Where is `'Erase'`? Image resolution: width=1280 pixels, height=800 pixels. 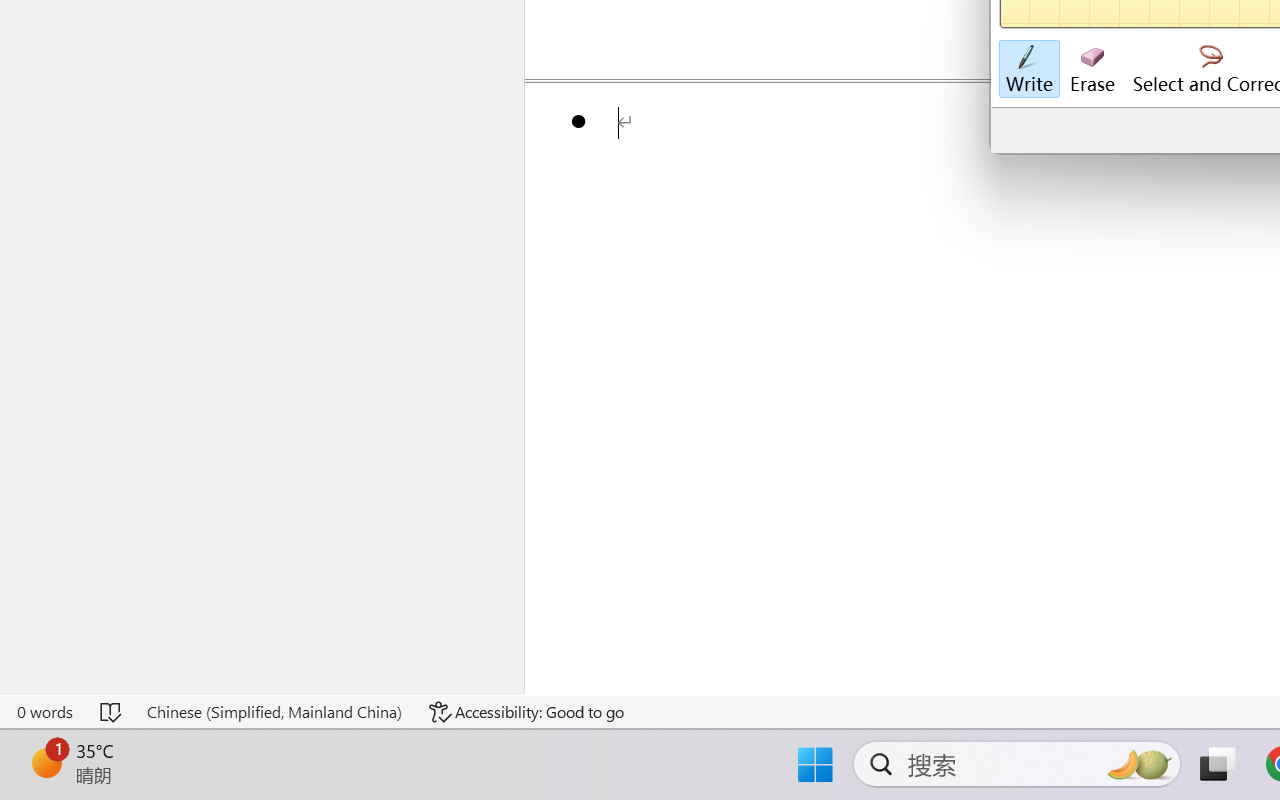
'Erase' is located at coordinates (1091, 69).